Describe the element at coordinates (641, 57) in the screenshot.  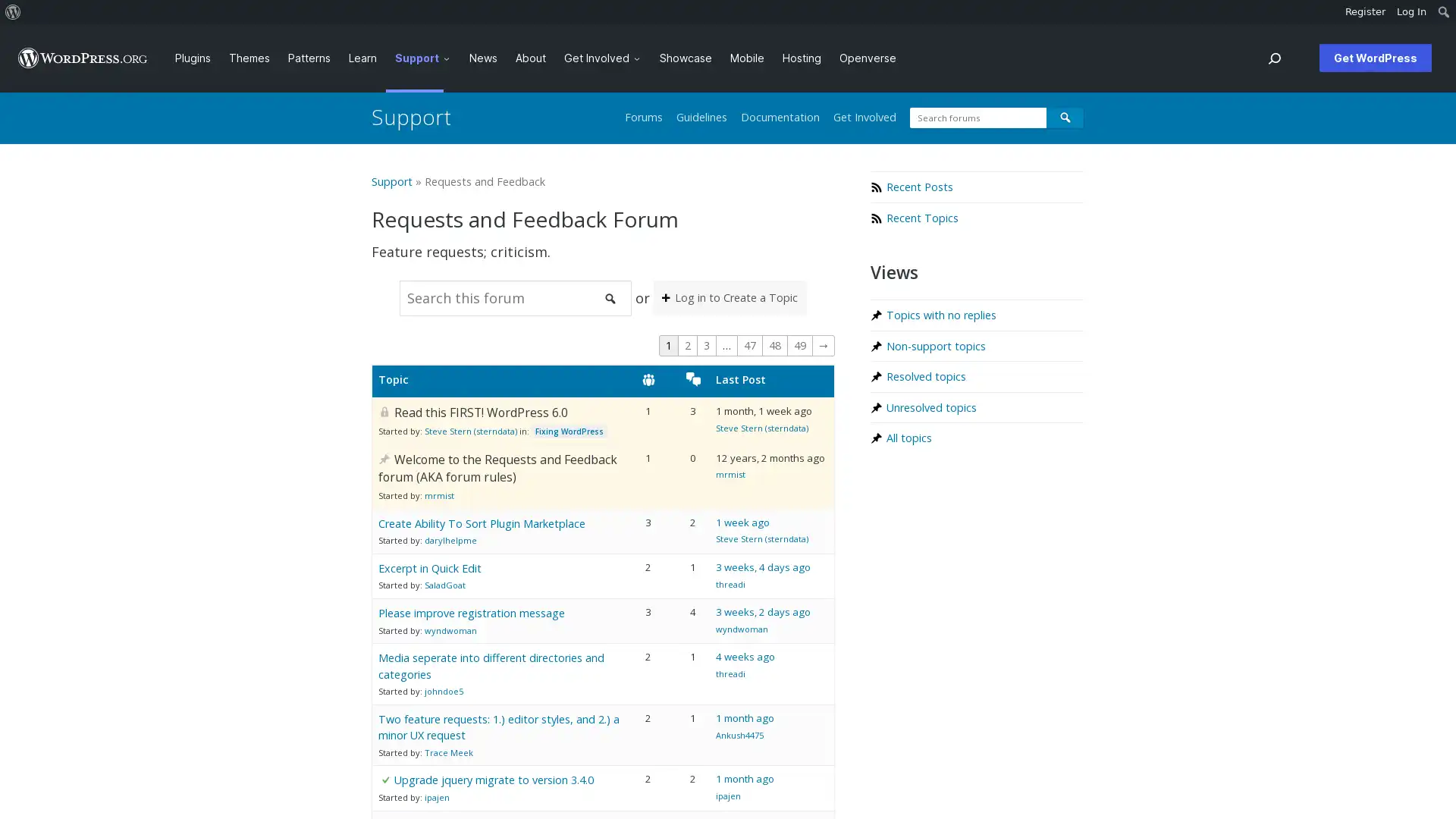
I see `Get Involved submenu` at that location.